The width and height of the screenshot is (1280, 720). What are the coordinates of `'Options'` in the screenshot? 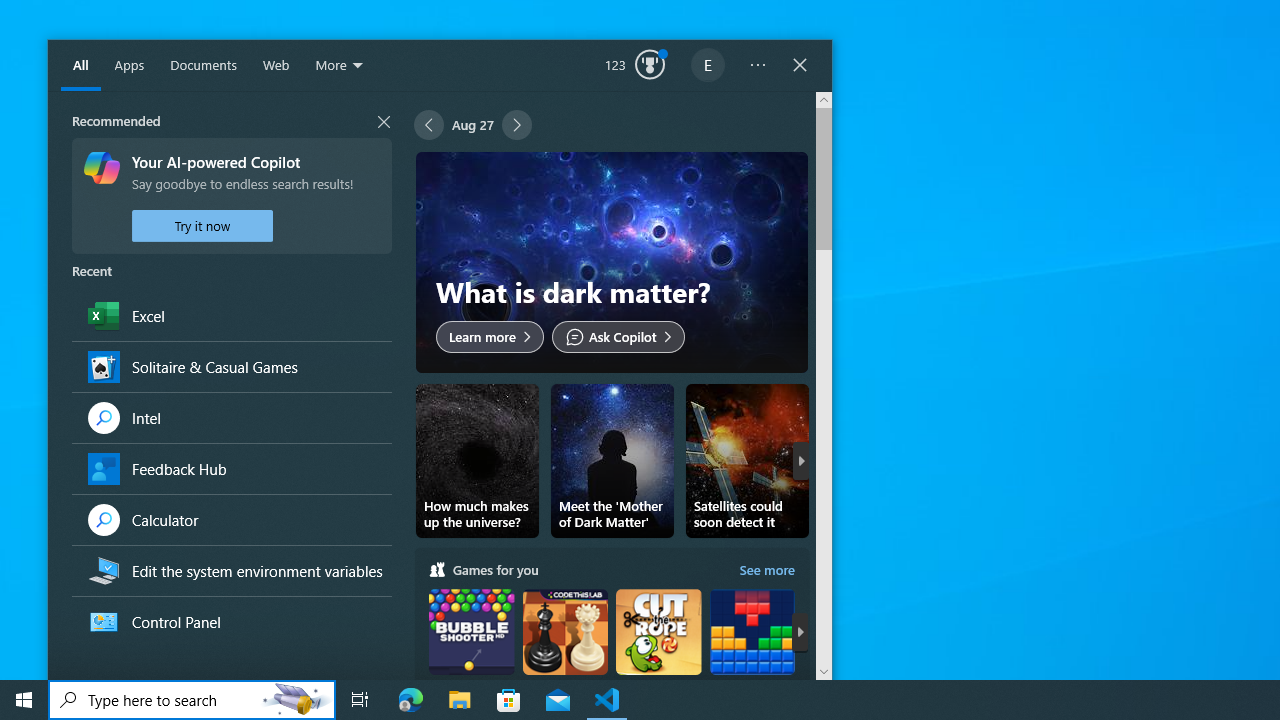 It's located at (757, 65).